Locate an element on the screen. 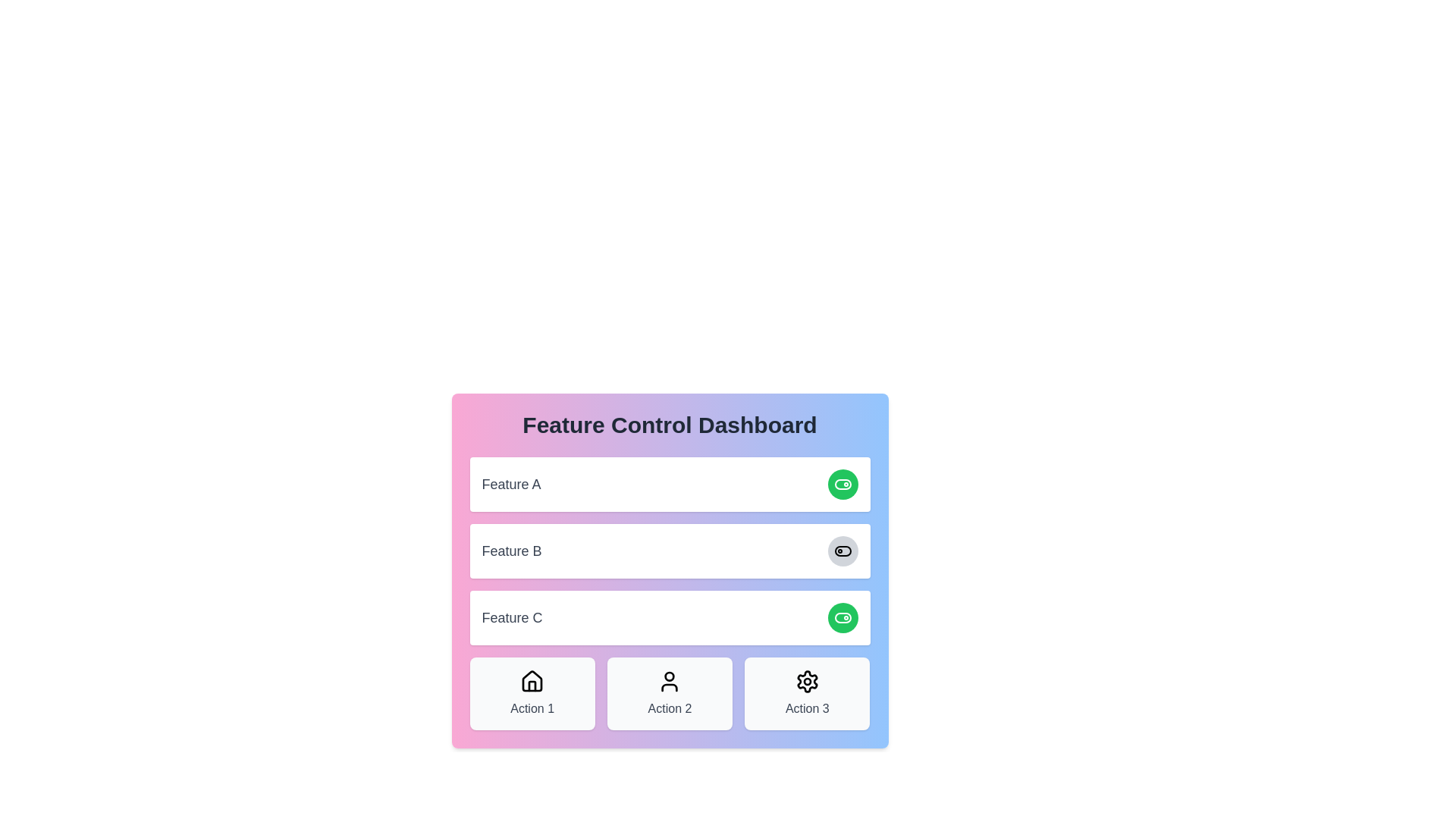 Image resolution: width=1456 pixels, height=819 pixels. the central panel with a gradient background that contains sections labeled 'Feature A', 'Feature B', and 'Feature C', along with actions 'Action 1', 'Action 2', and 'Action 3', located below the title 'Feature Control Dashboard' is located at coordinates (669, 570).